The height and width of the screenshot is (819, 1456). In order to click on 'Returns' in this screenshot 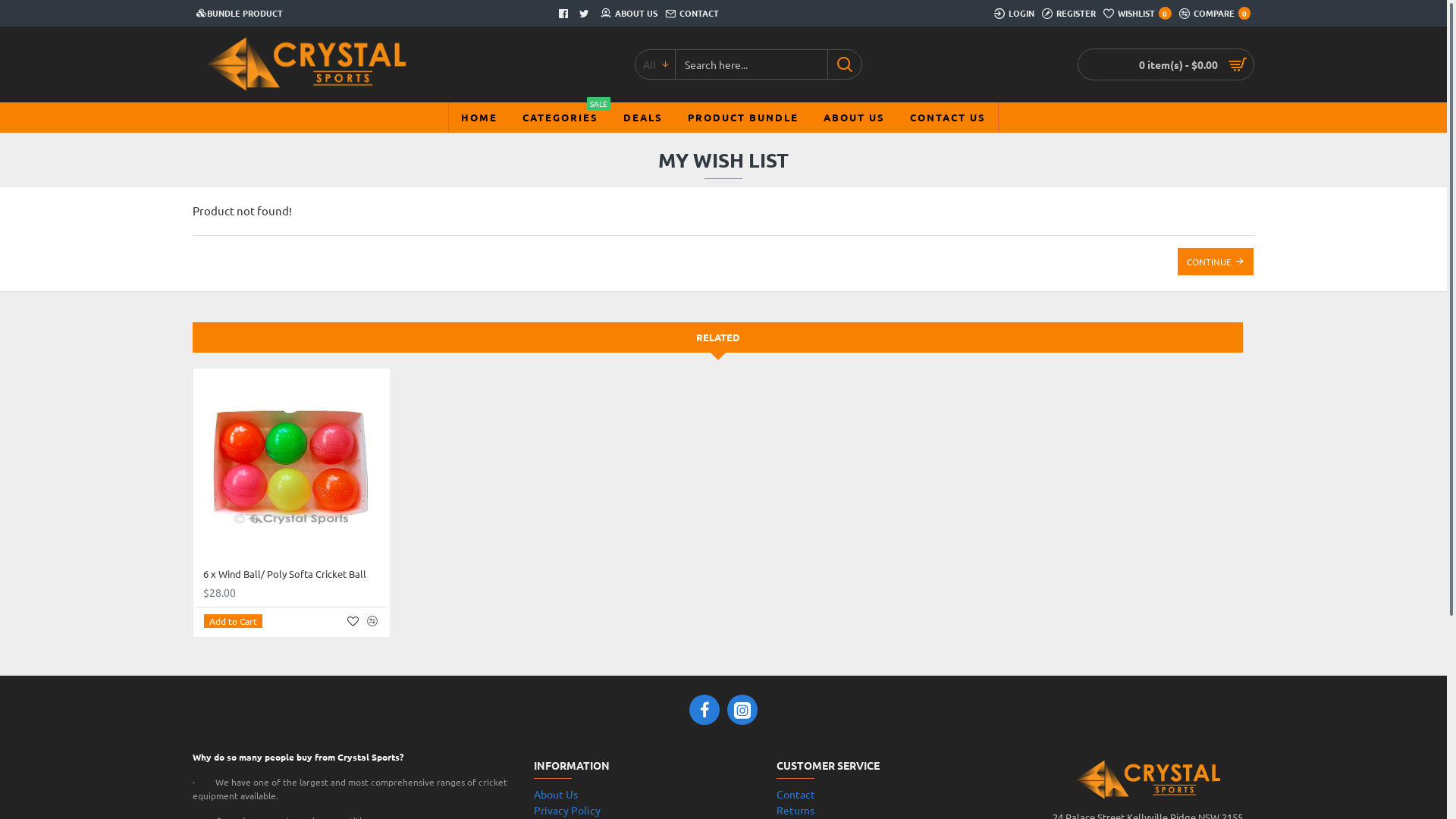, I will do `click(795, 809)`.